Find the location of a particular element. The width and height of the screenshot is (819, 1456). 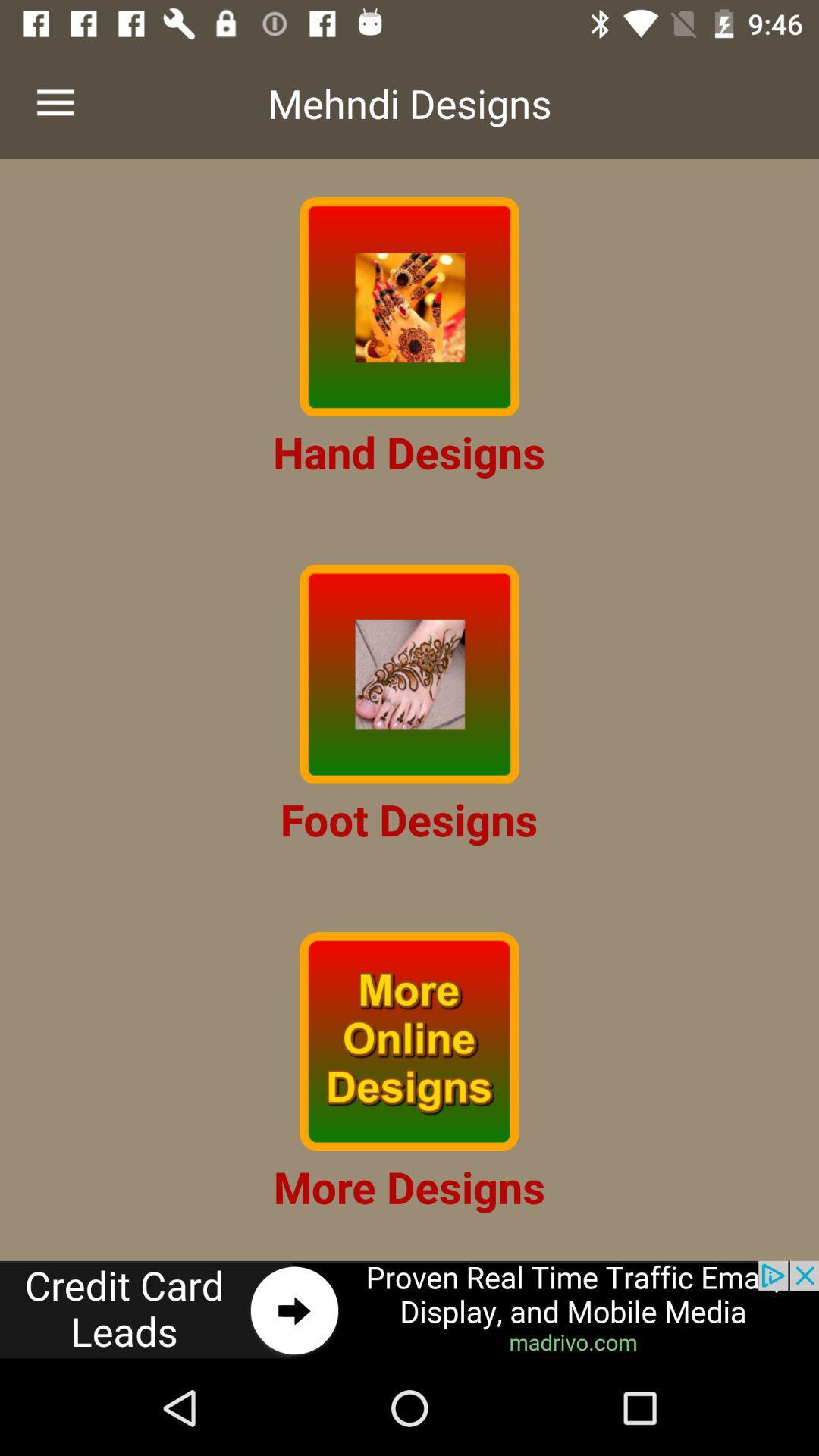

more online designs is located at coordinates (408, 1040).